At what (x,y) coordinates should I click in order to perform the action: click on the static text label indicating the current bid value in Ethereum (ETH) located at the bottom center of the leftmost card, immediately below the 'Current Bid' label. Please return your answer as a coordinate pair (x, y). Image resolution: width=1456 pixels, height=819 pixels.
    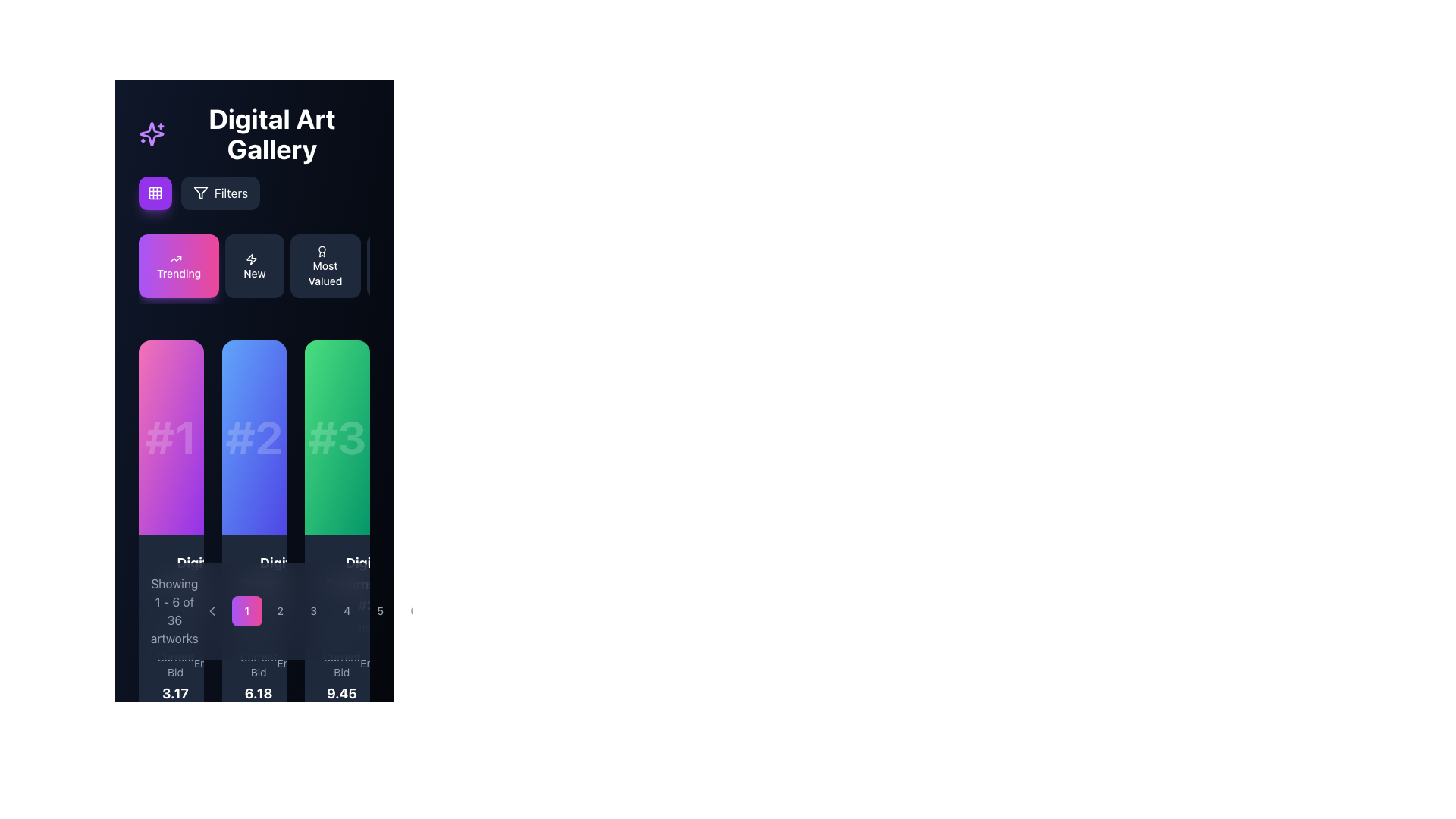
    Looking at the image, I should click on (175, 704).